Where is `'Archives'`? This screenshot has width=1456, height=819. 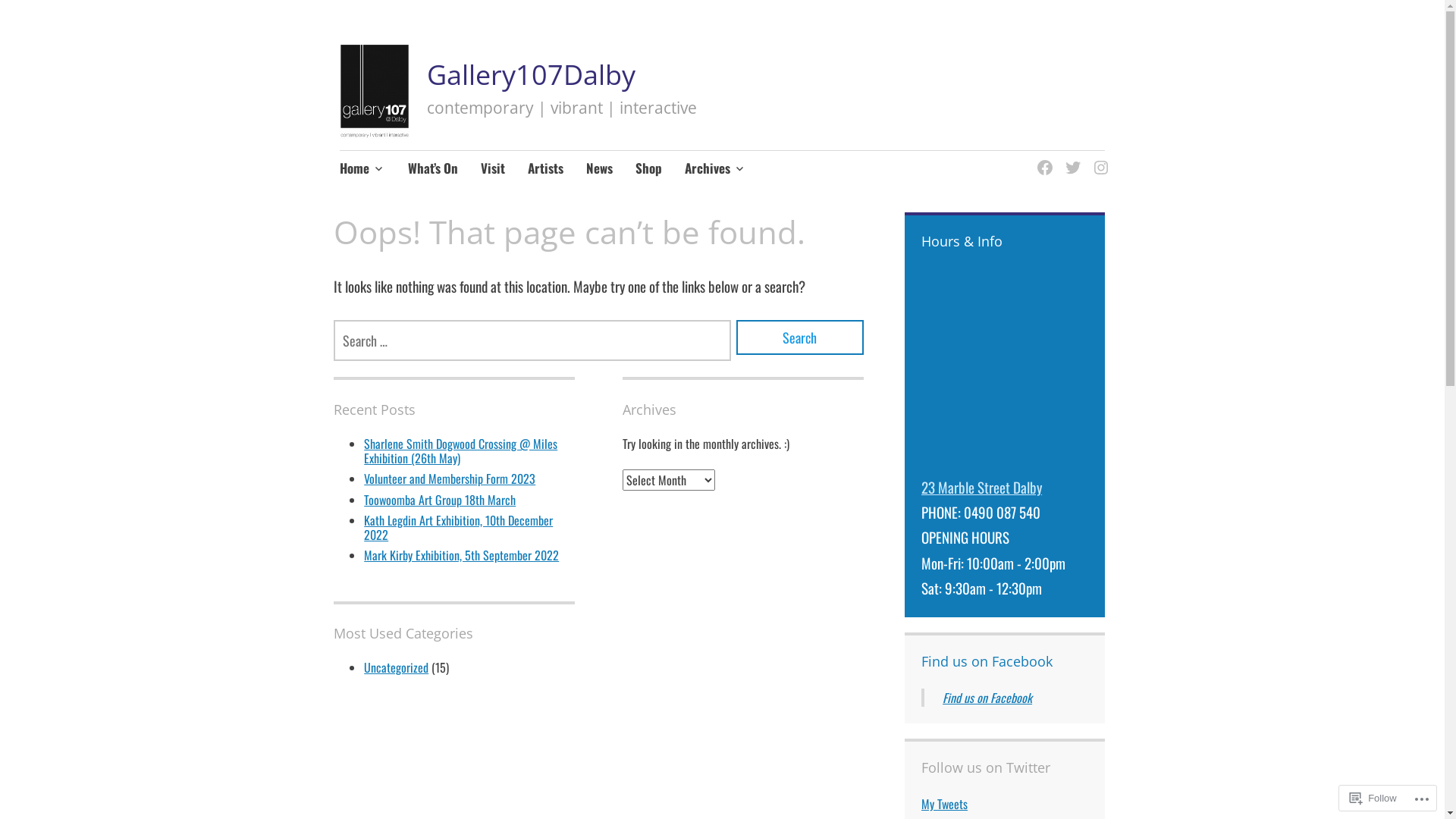
'Archives' is located at coordinates (714, 169).